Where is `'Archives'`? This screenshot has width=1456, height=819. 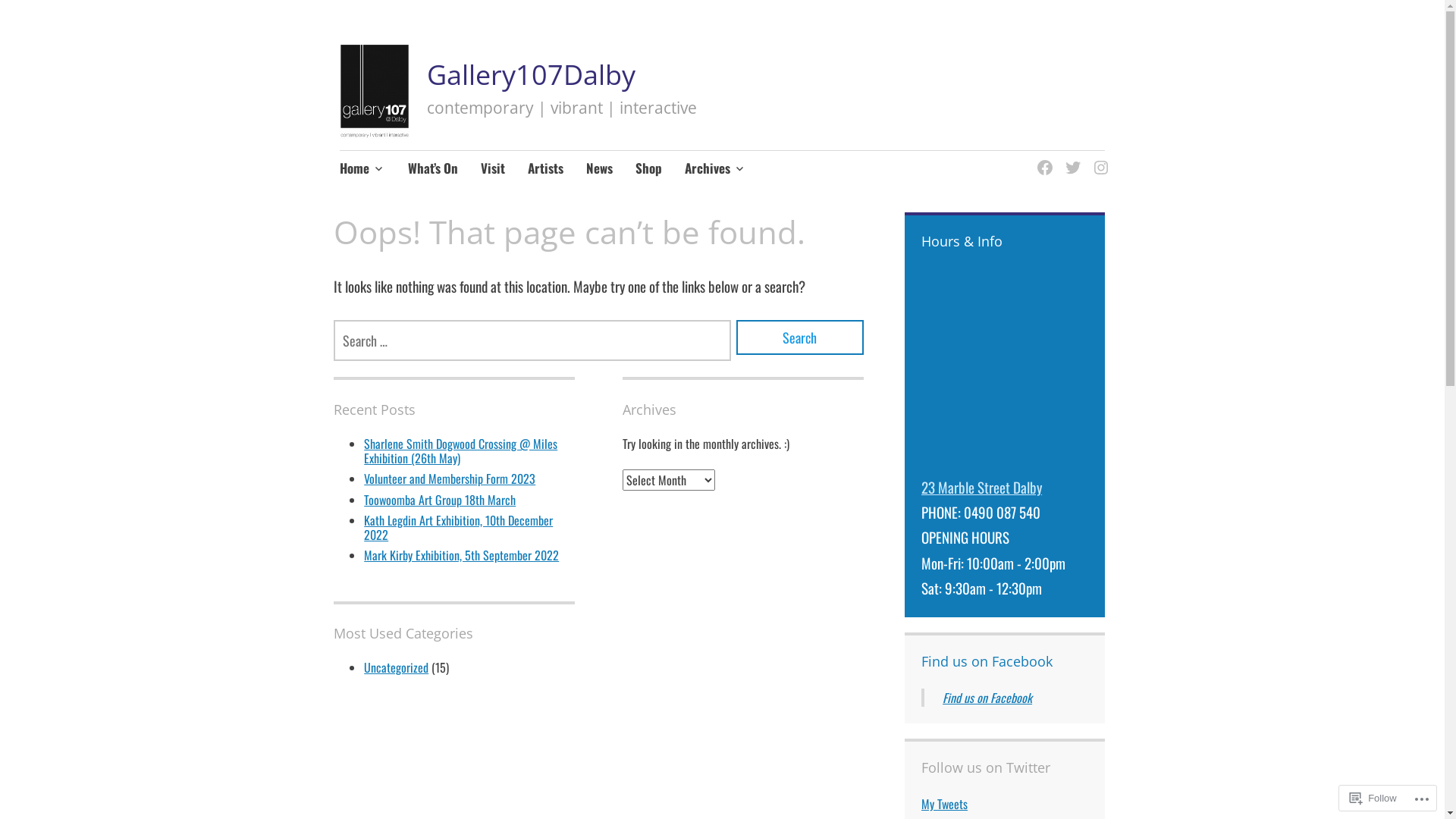
'Archives' is located at coordinates (714, 169).